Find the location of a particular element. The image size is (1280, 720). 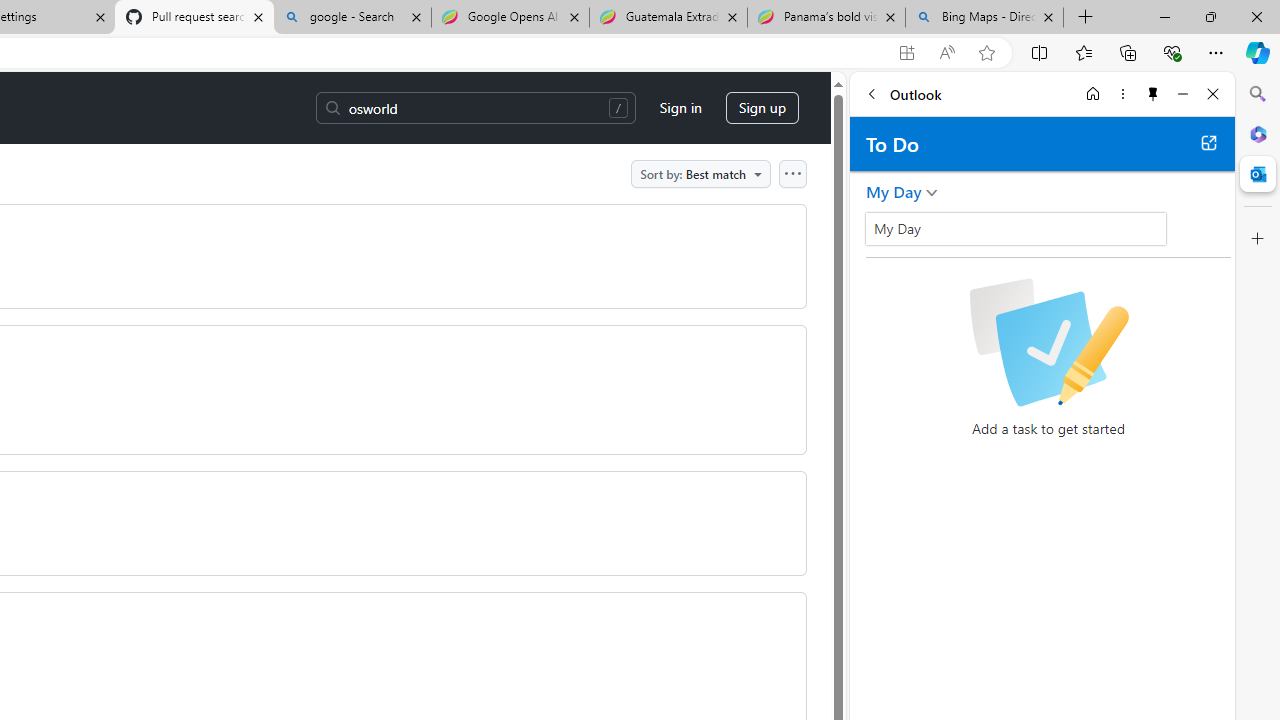

'Class: wL_Ii70haOUOvHnsRwbD' is located at coordinates (1016, 227).